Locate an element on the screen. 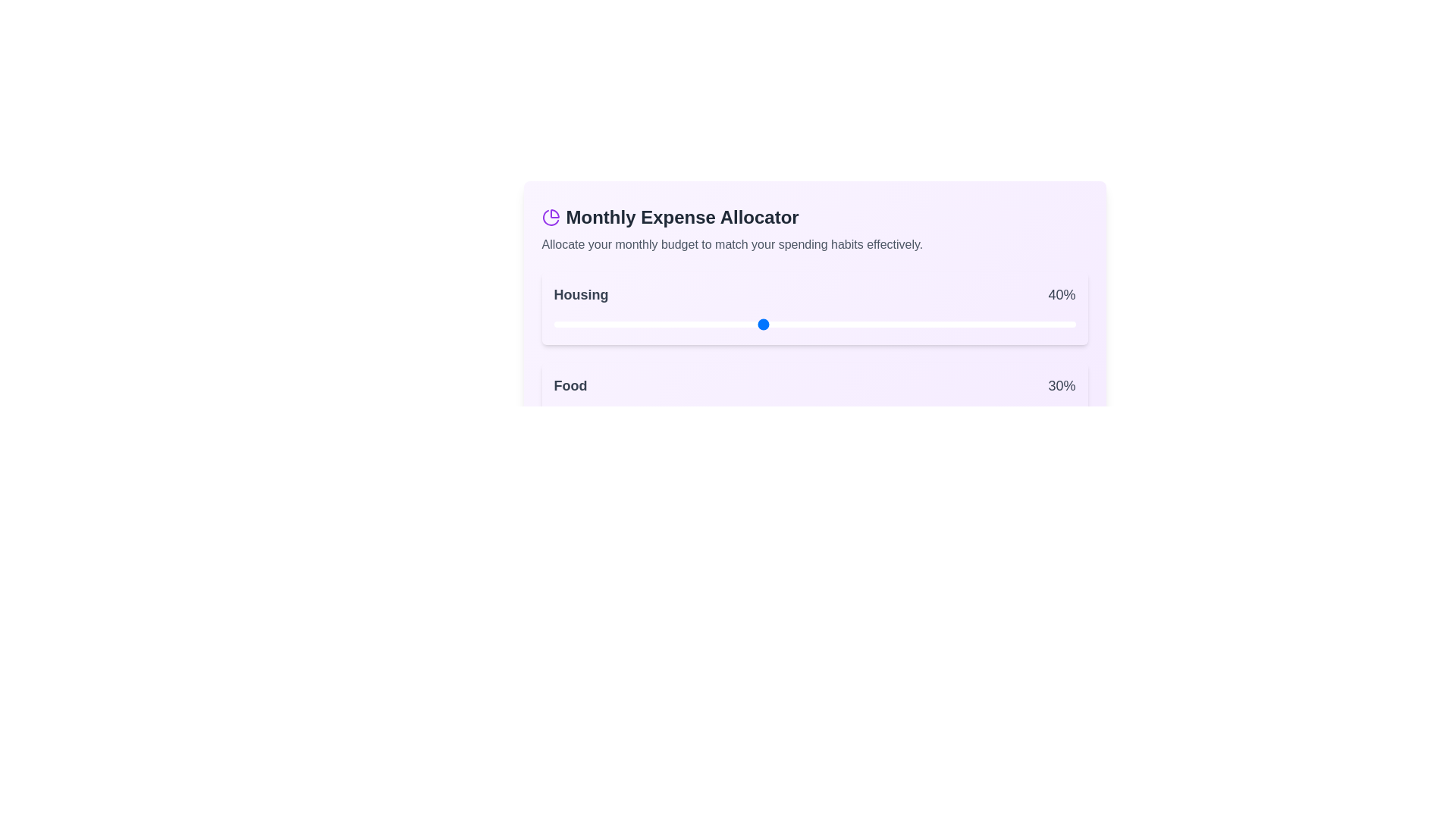  the value of the 'Housing' percentage slider is located at coordinates (981, 324).